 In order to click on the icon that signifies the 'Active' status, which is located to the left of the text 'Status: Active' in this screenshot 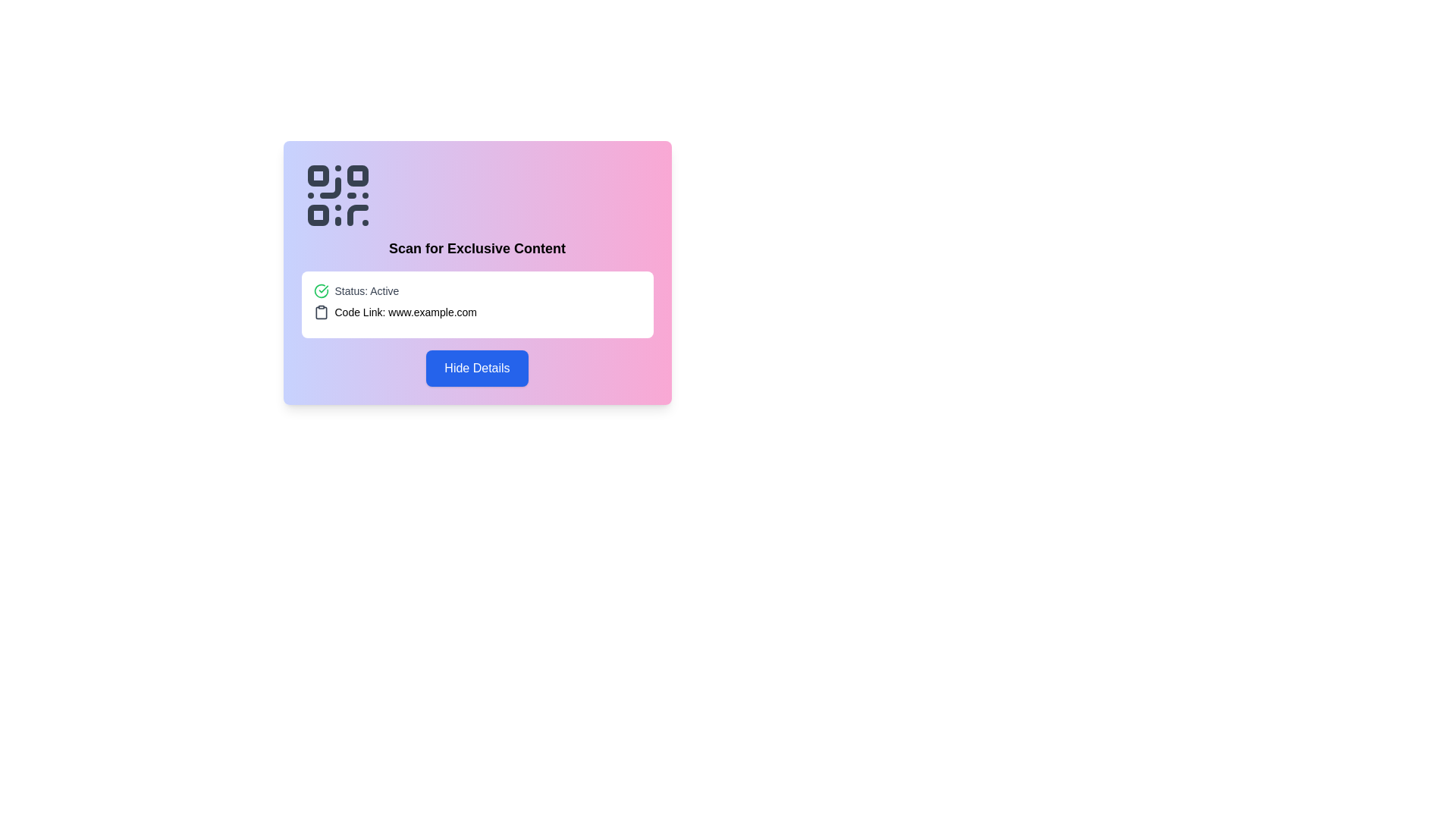, I will do `click(320, 291)`.